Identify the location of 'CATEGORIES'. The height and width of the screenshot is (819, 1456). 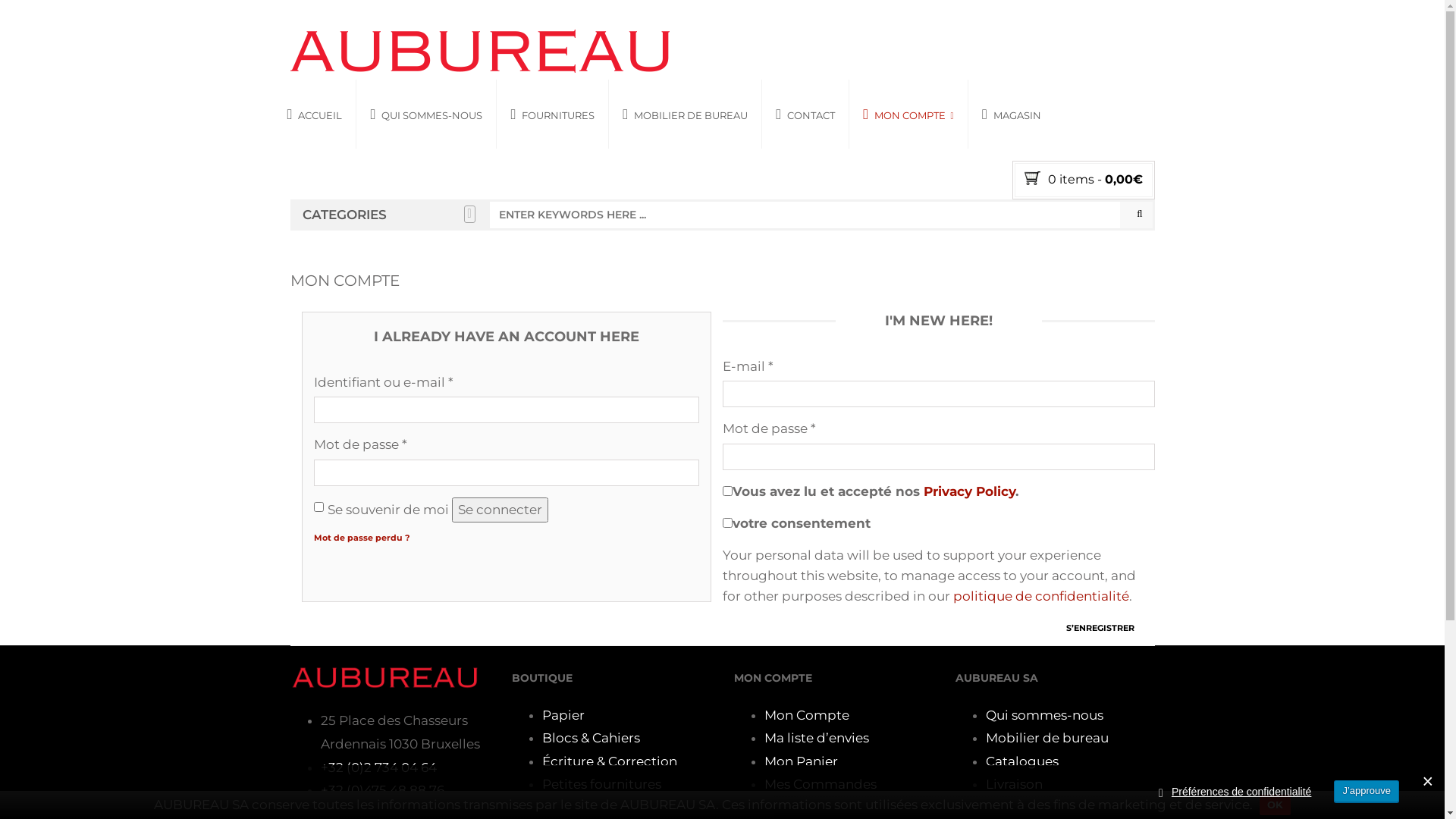
(388, 214).